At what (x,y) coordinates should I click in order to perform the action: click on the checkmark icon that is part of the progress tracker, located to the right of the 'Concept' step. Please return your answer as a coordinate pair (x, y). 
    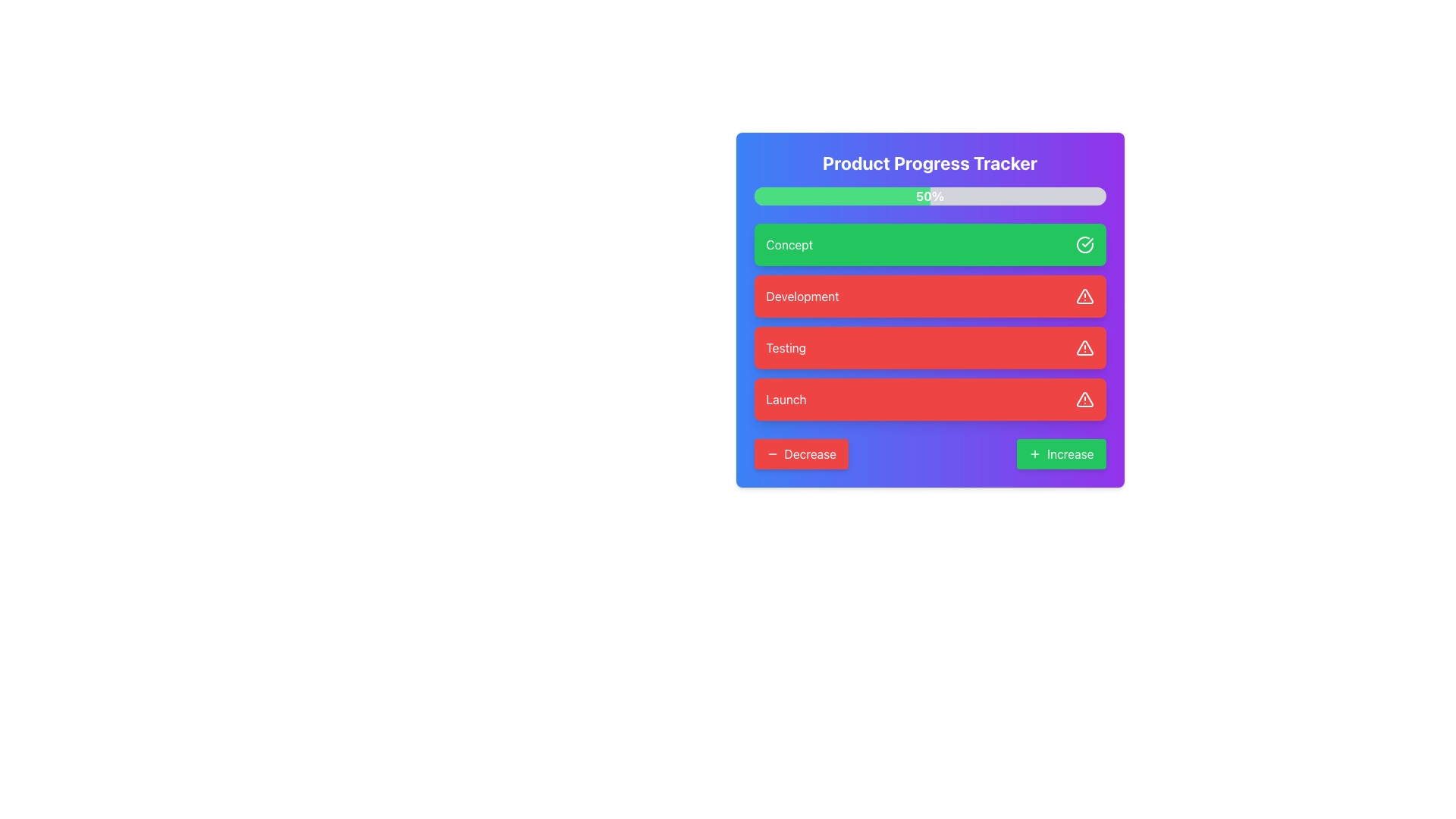
    Looking at the image, I should click on (1087, 242).